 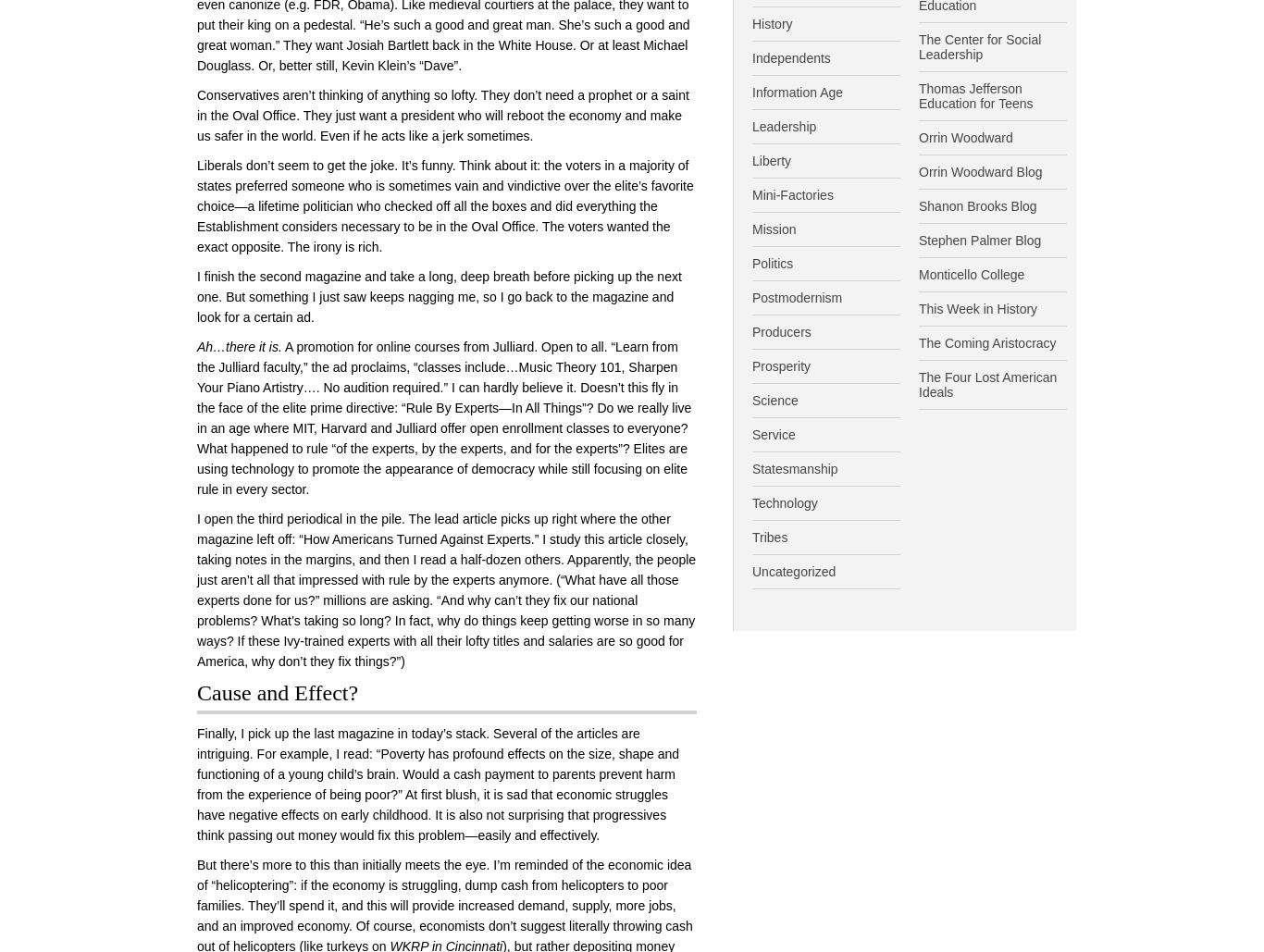 What do you see at coordinates (446, 589) in the screenshot?
I see `'I open the third periodical in the pile. The lead article picks up right where the other magazine left off: “How Americans Turned Against Experts.” I study this article closely, taking notes in the margins, and then I read a half-dozen others. Apparently, the people just aren’t all that impressed with rule by the experts anymore. (“What have all those experts done for us?” millions are asking. “And why can’t they fix our national problems? What’s taking so long? In fact, why do things keep getting worse in so many ways? If these Ivy-trained experts with all their lofty titles and salaries are so good for America, why don’t they fix things?”)'` at bounding box center [446, 589].